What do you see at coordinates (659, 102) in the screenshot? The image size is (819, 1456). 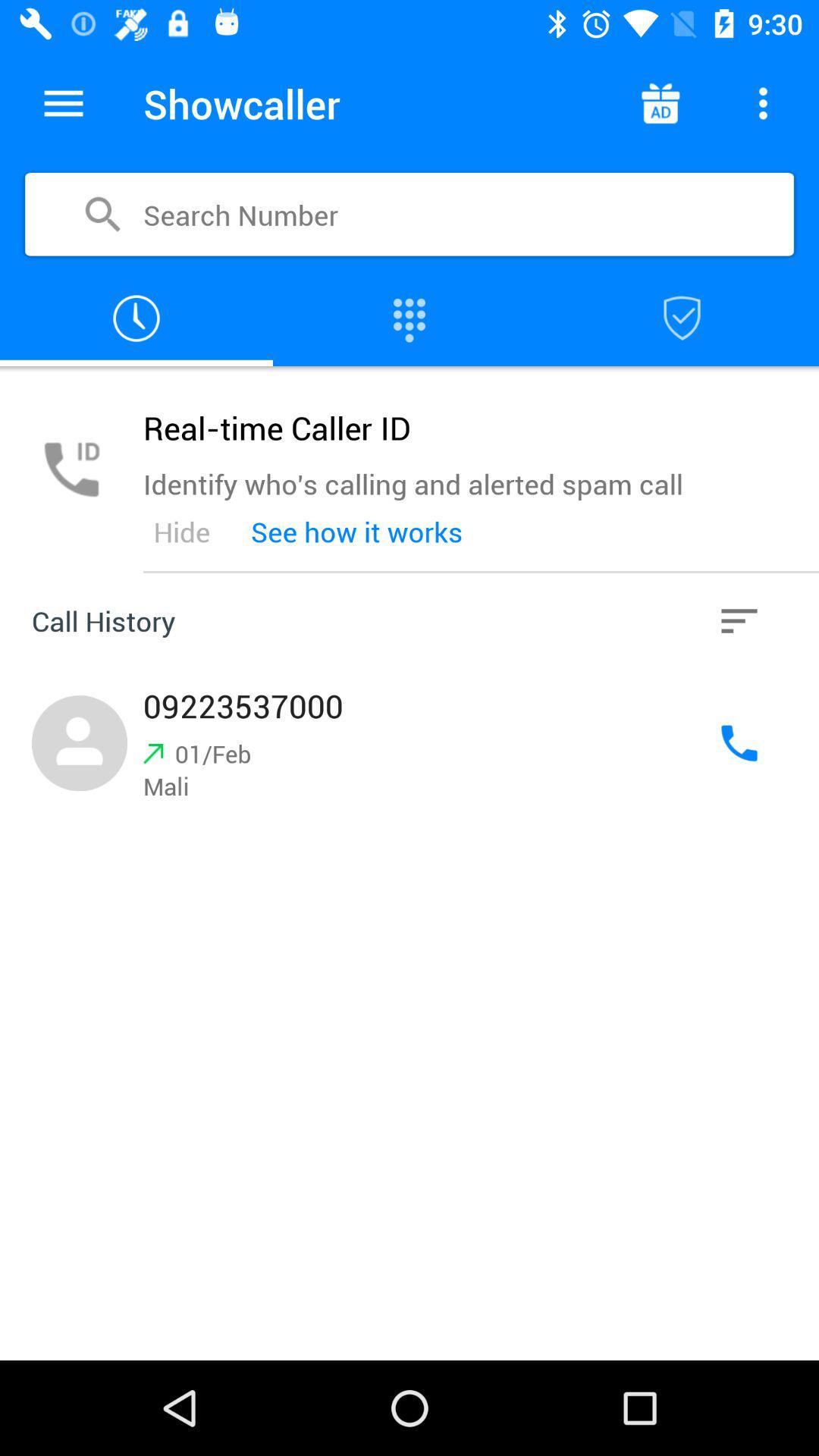 I see `advertisement` at bounding box center [659, 102].